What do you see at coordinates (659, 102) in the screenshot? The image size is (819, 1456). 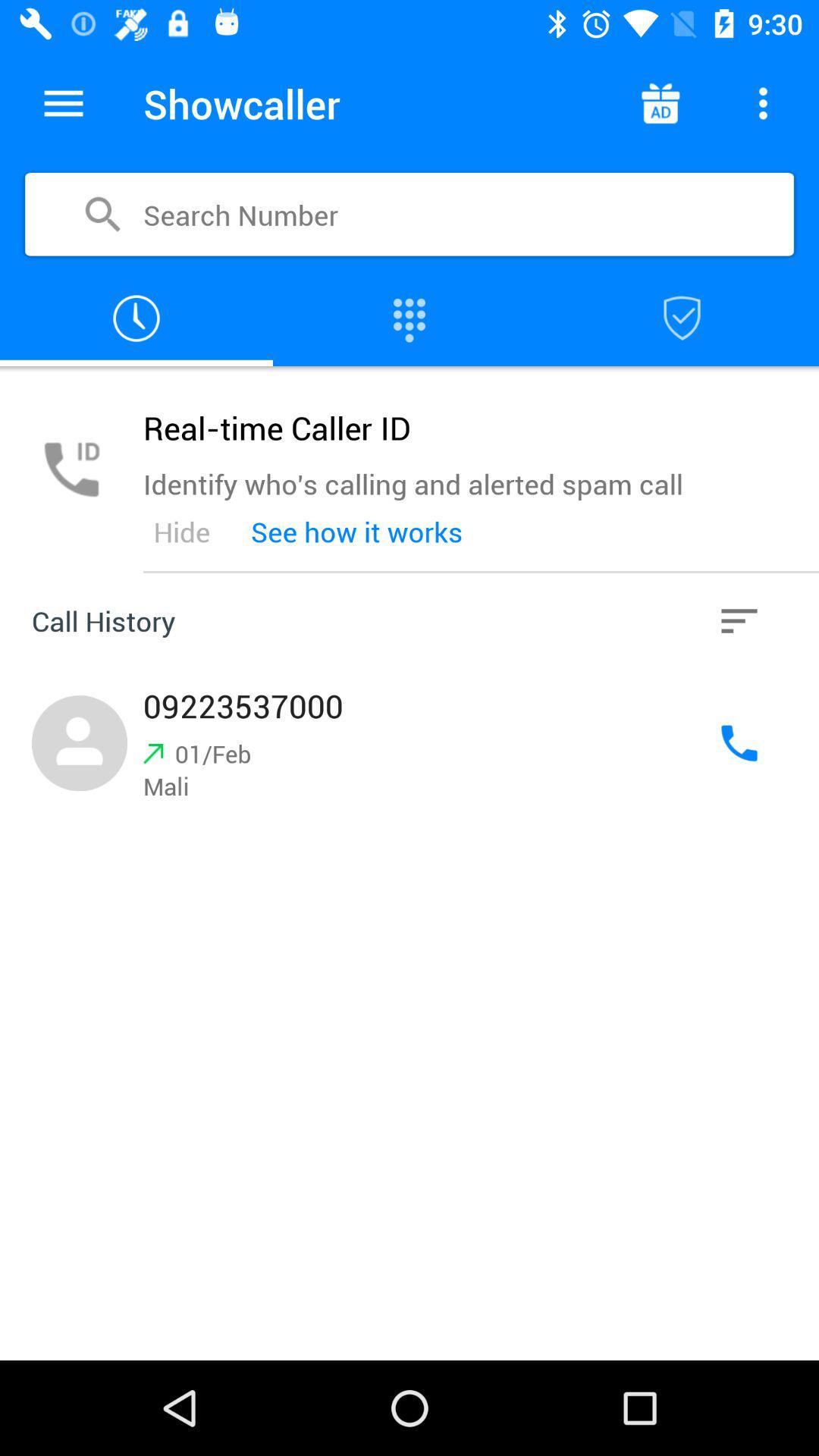 I see `advertisement` at bounding box center [659, 102].